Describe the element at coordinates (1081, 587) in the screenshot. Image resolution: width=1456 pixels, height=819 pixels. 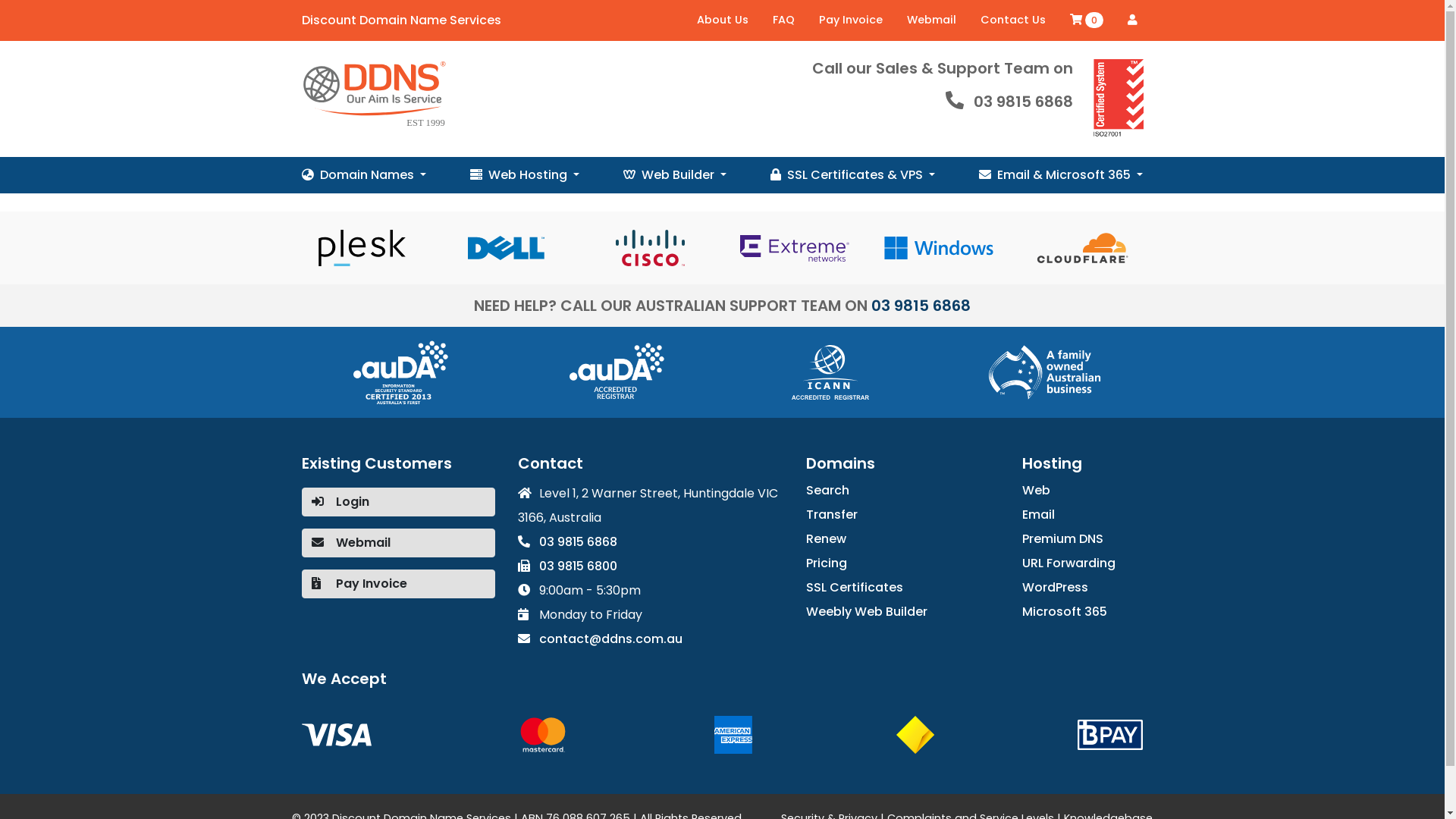
I see `'WordPress'` at that location.